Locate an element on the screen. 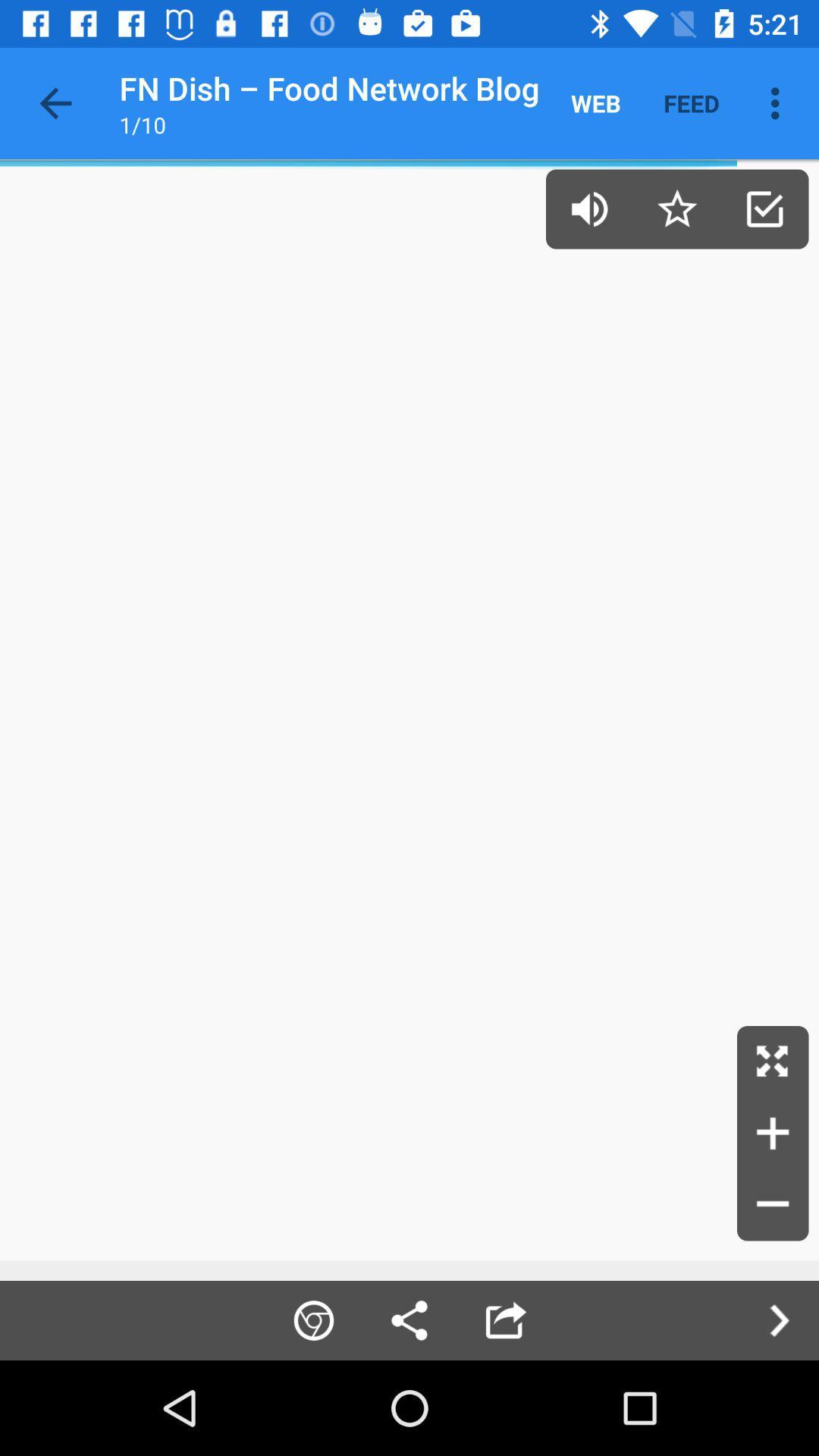 This screenshot has height=1456, width=819. item next to the web is located at coordinates (691, 102).